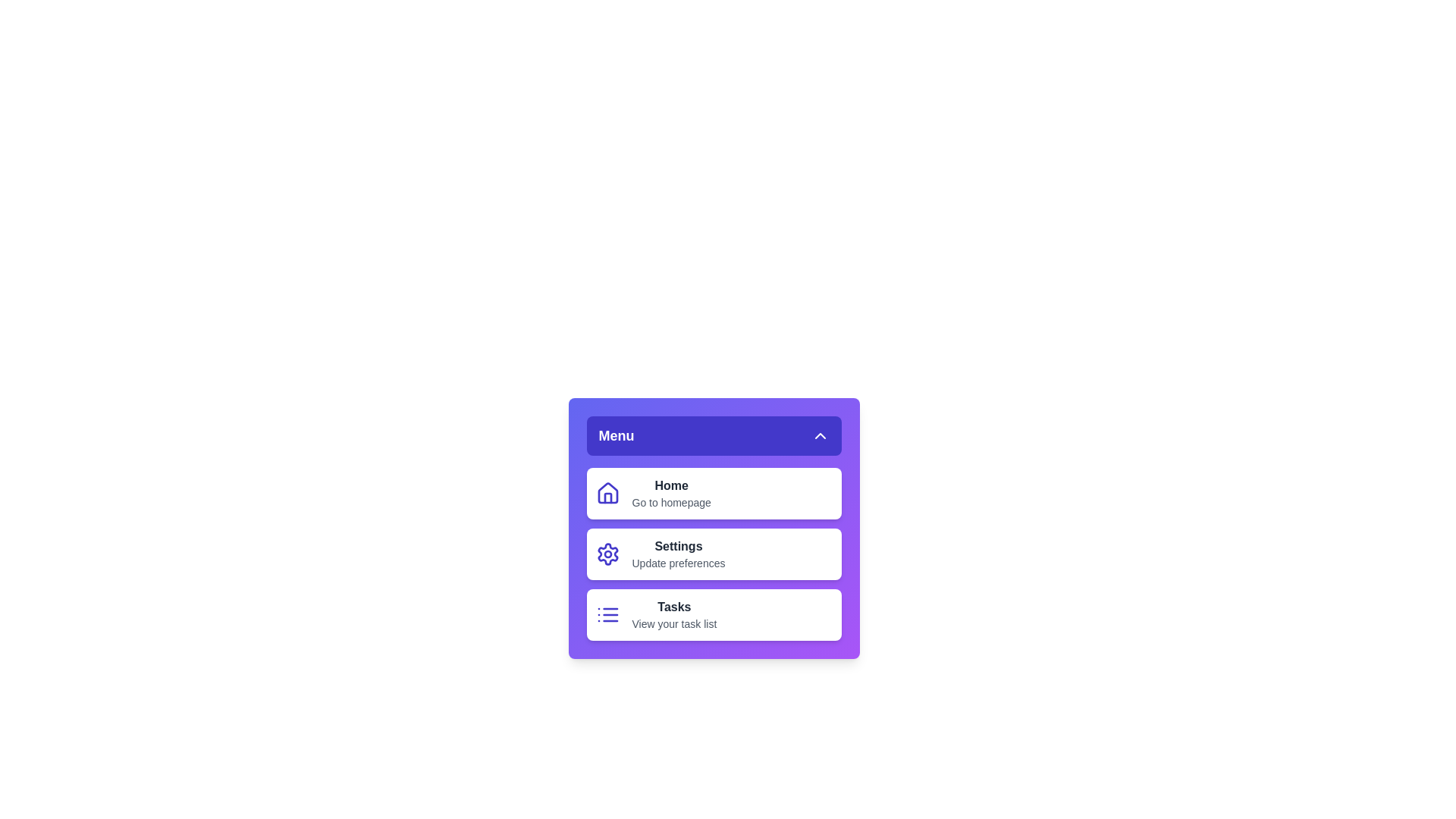  Describe the element at coordinates (713, 435) in the screenshot. I see `the Menu button to toggle its visibility` at that location.